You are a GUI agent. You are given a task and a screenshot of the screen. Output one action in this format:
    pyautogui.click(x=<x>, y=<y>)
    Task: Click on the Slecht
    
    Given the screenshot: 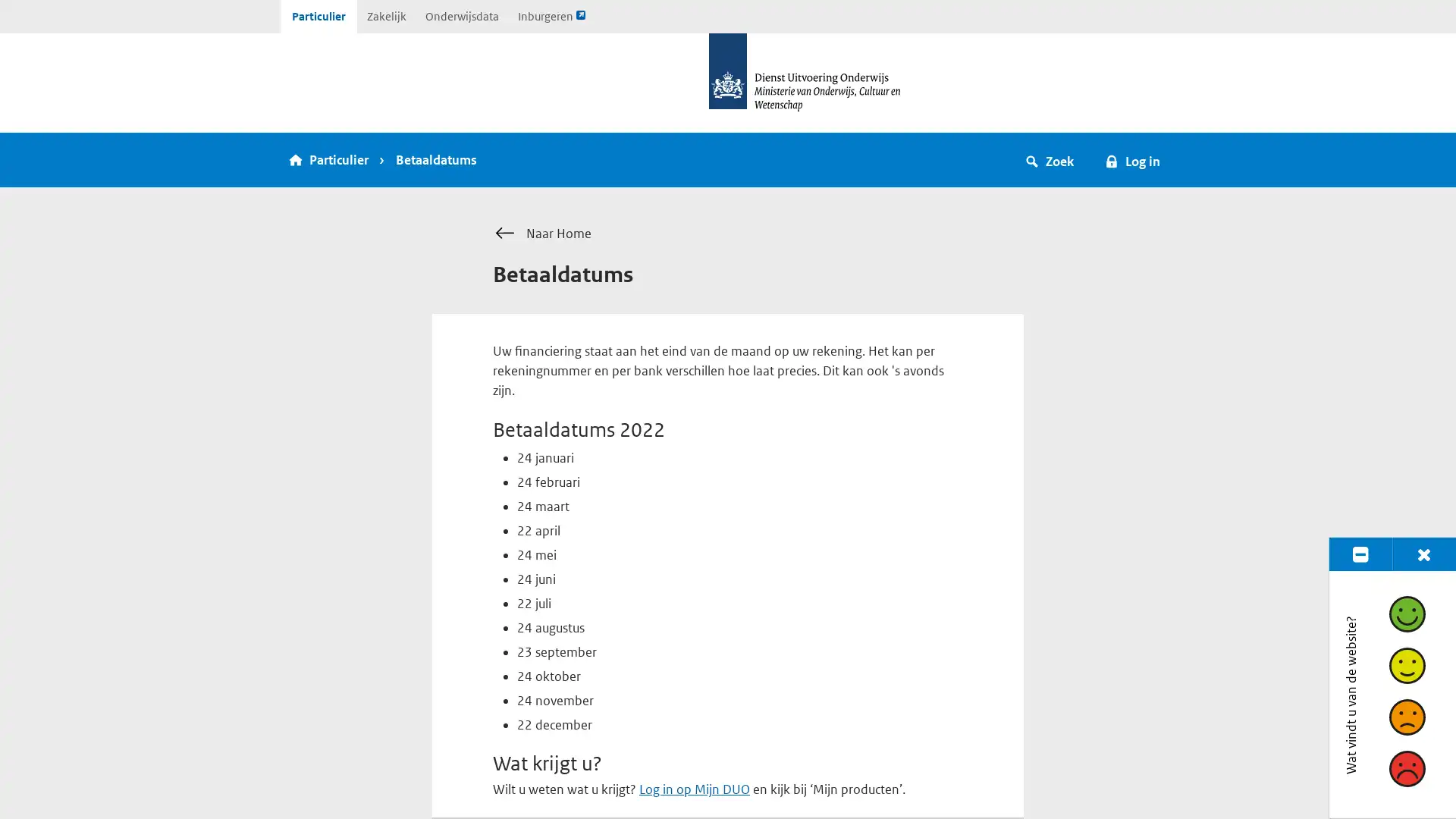 What is the action you would take?
    pyautogui.click(x=1405, y=768)
    